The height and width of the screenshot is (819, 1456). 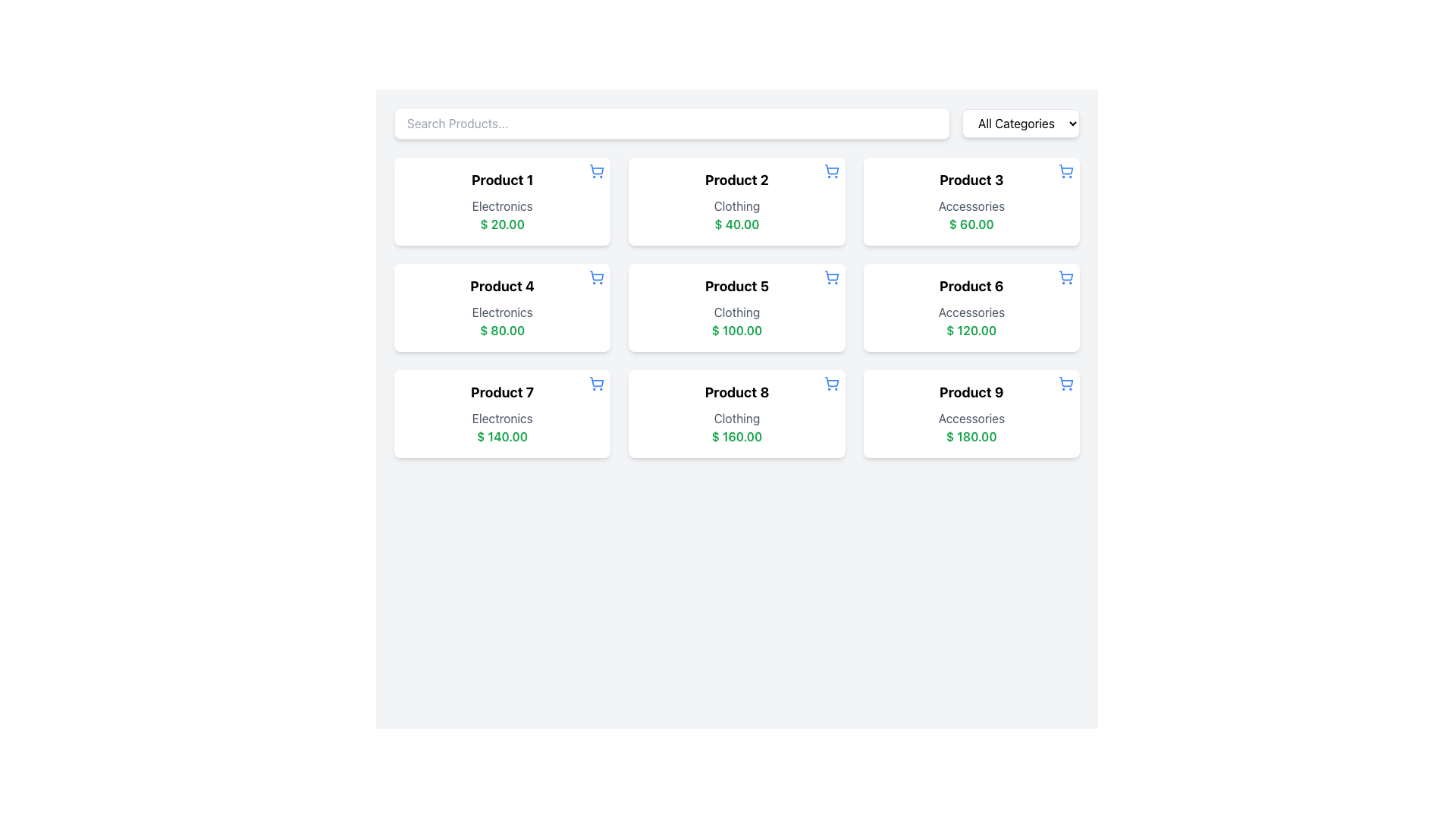 I want to click on the pricing information for 'Product 6', which is located in the lower section of the card in the rightmost column of the second row, so click(x=971, y=329).